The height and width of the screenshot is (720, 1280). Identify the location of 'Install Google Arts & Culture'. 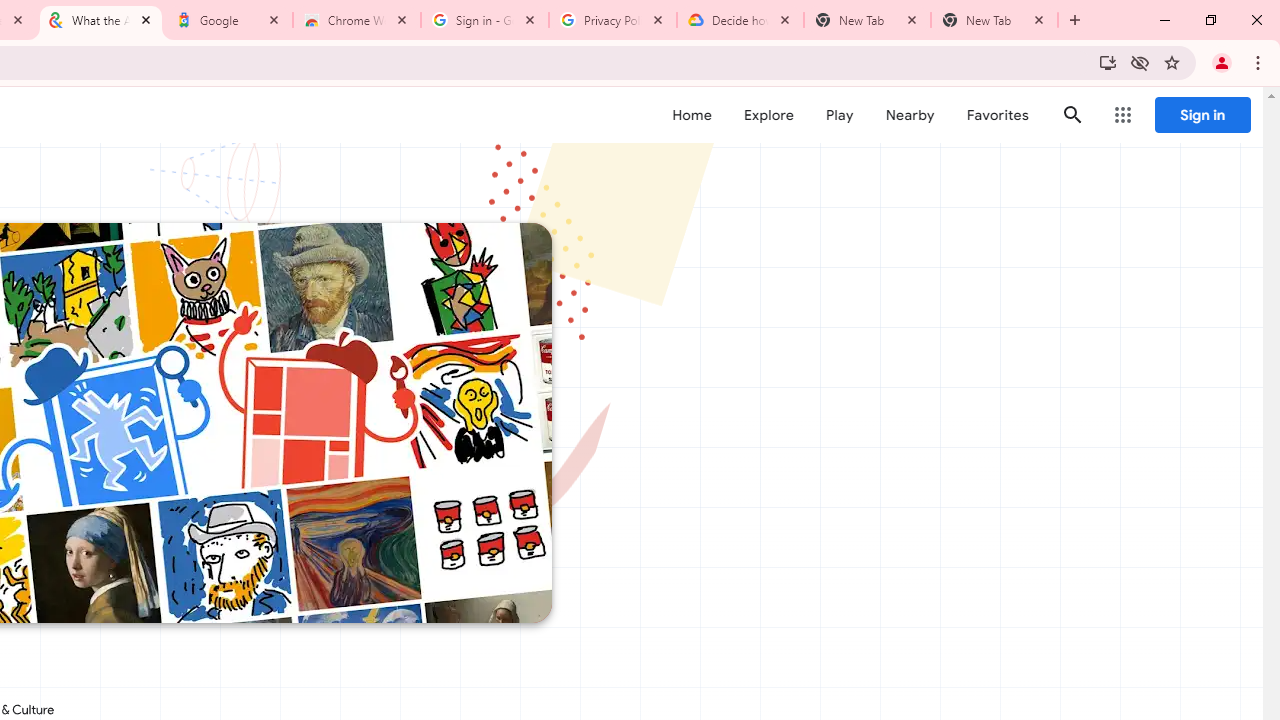
(1106, 61).